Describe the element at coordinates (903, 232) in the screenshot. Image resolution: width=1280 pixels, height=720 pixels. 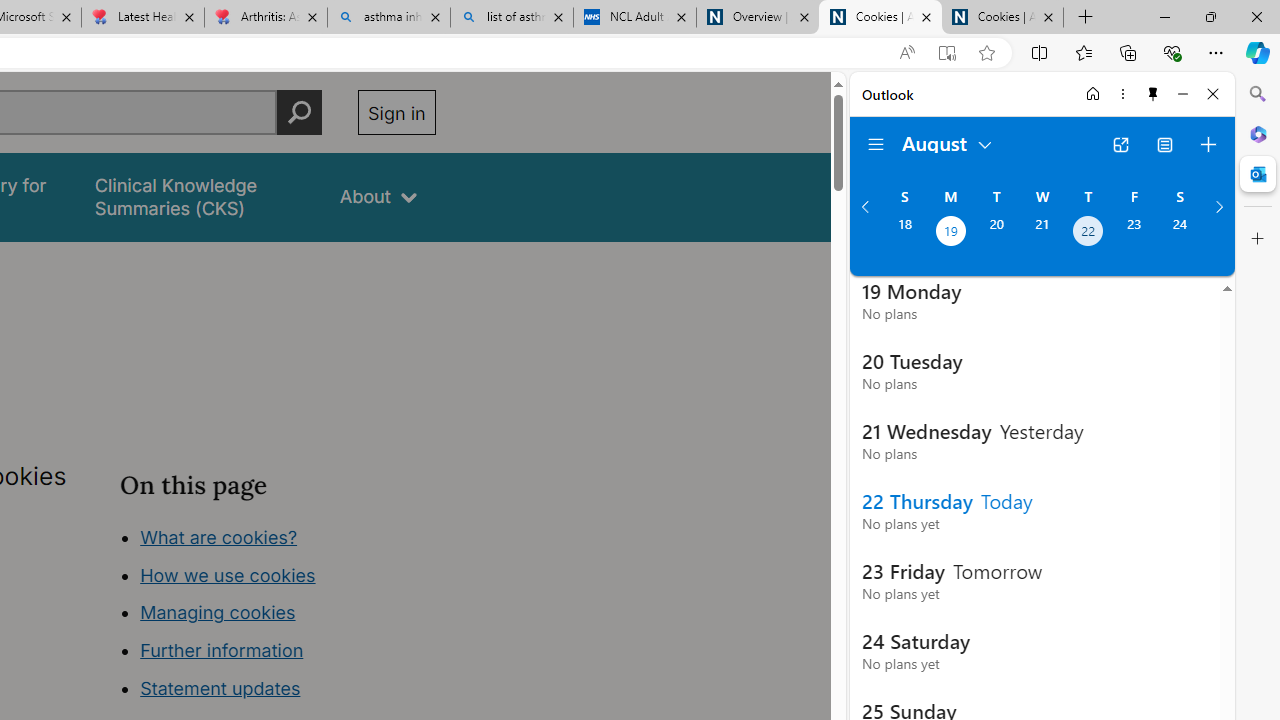
I see `'Sunday, August 18, 2024. '` at that location.